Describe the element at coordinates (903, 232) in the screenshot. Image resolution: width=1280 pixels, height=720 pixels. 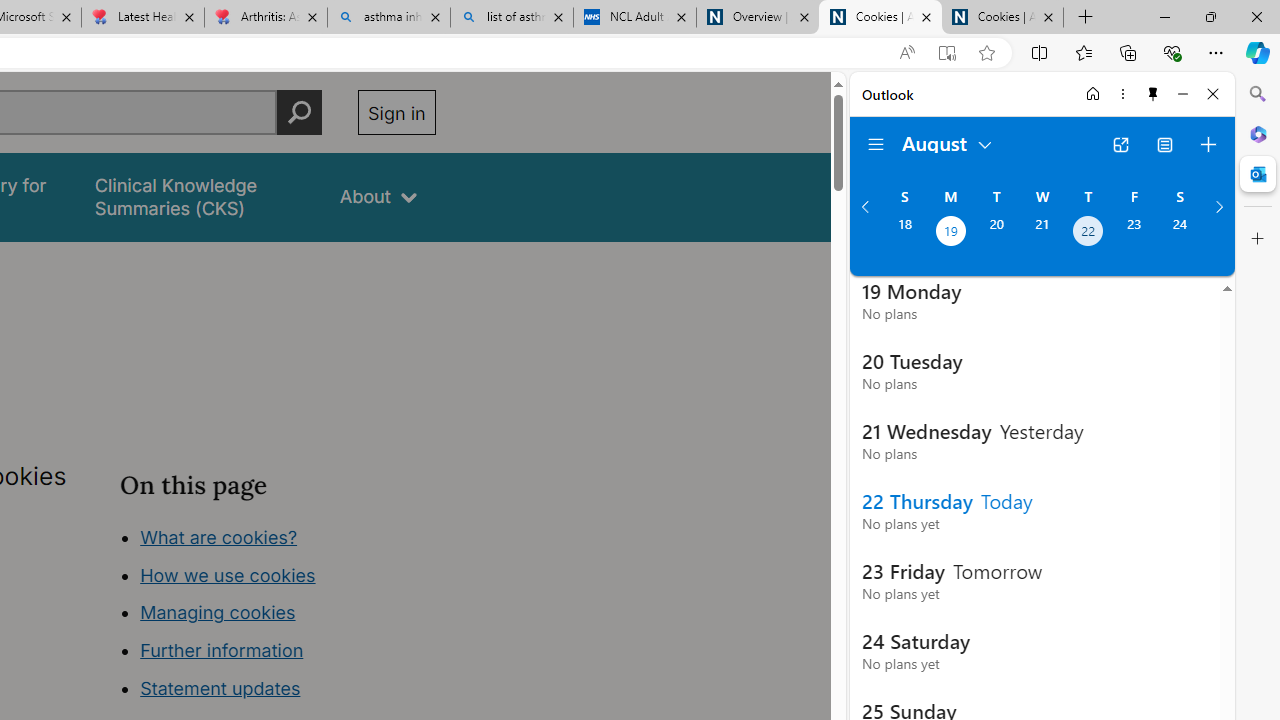
I see `'Sunday, August 18, 2024. '` at that location.